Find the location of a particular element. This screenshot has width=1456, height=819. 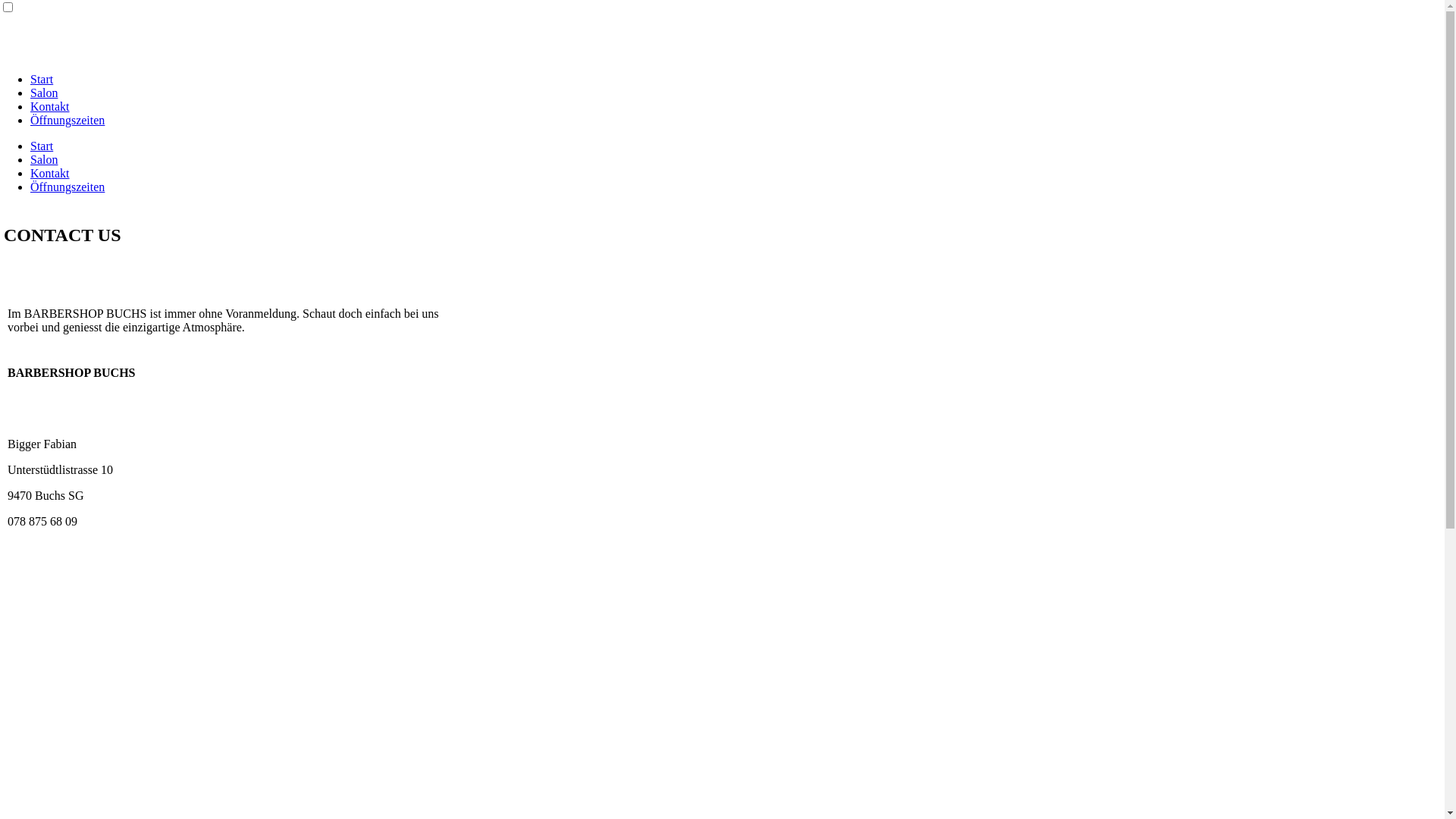

'Start' is located at coordinates (41, 146).